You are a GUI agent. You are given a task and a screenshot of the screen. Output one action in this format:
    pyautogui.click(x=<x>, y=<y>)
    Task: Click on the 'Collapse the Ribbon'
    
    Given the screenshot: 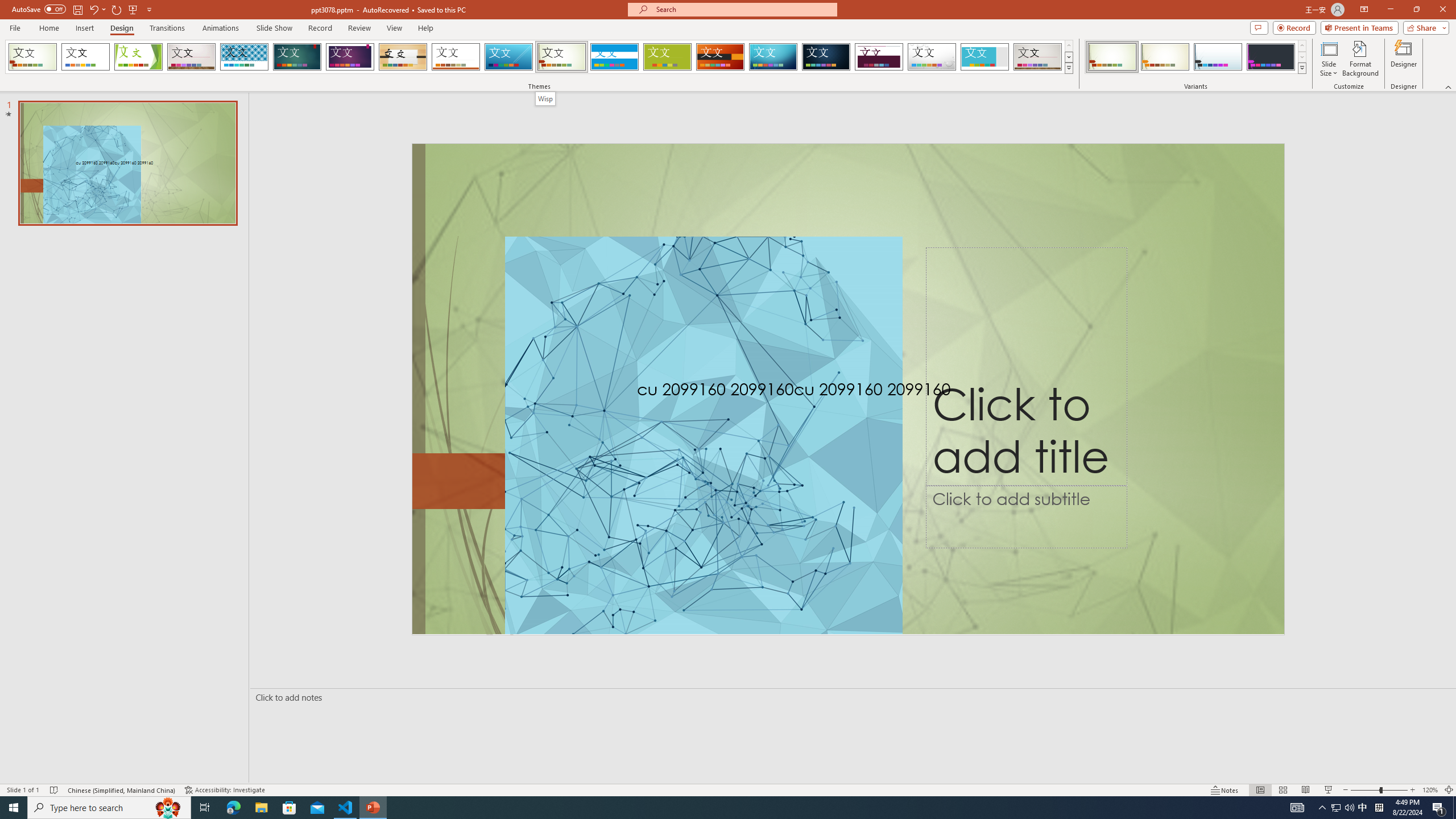 What is the action you would take?
    pyautogui.click(x=1449, y=87)
    